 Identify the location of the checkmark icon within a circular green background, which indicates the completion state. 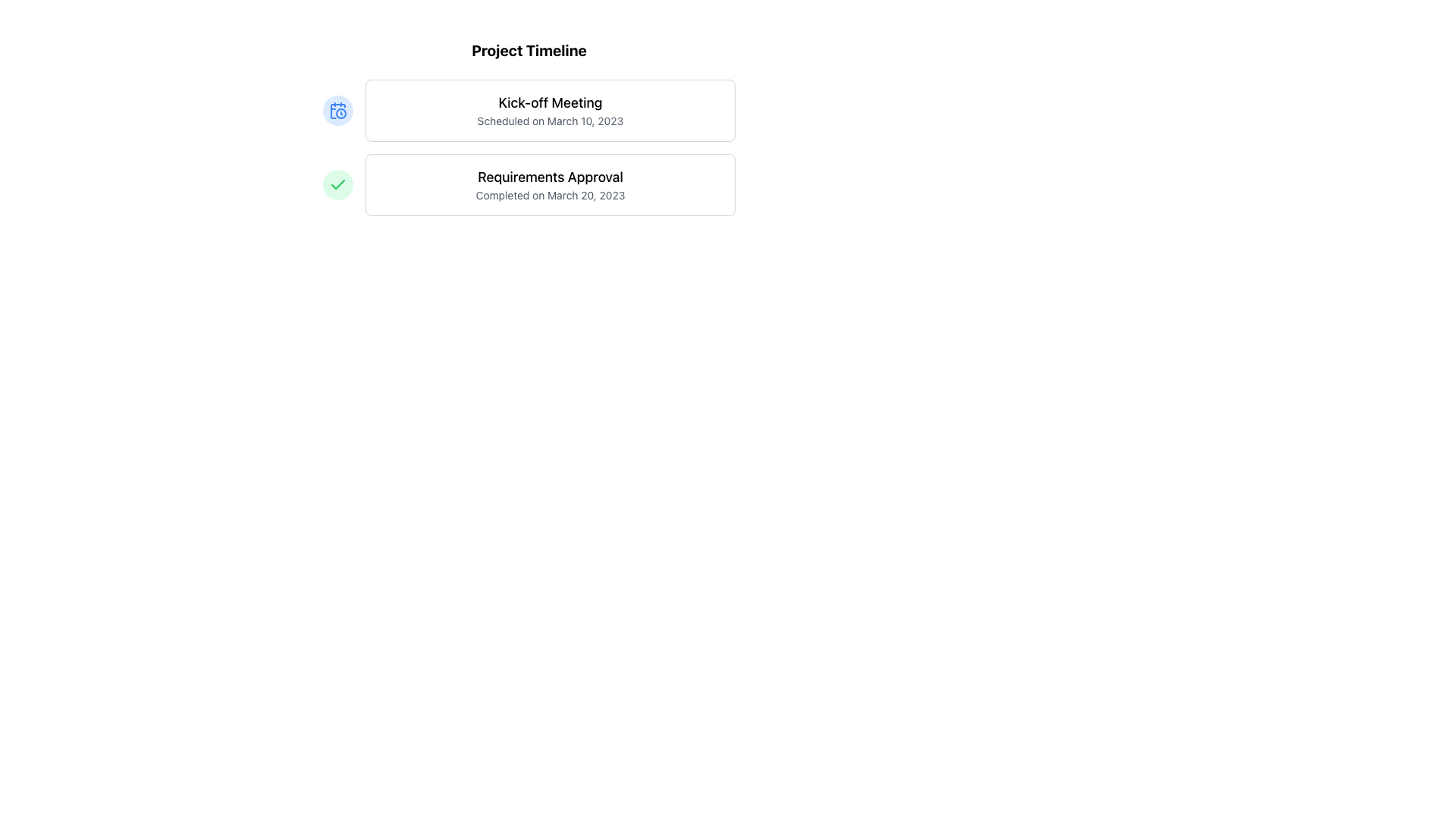
(337, 184).